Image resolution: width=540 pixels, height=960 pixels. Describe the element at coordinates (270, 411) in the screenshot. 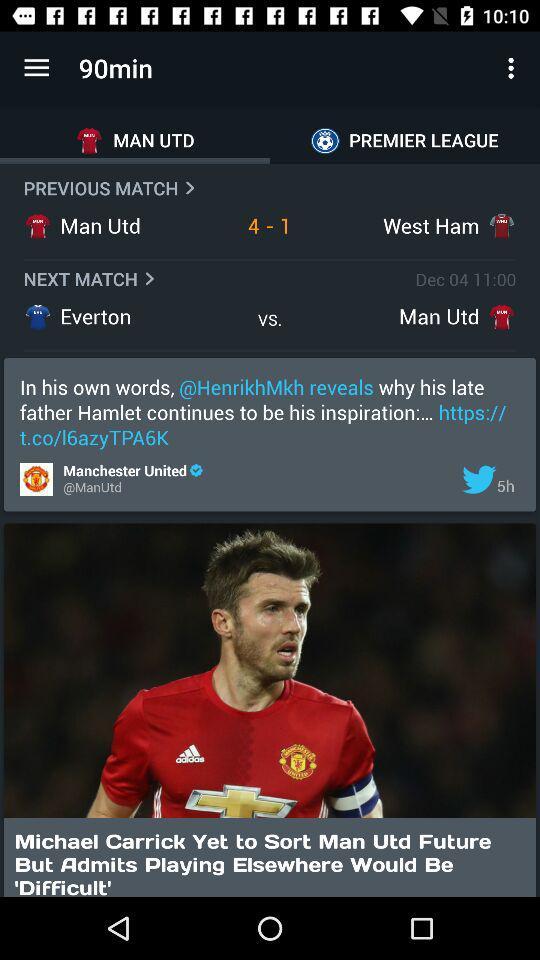

I see `the in his own icon` at that location.